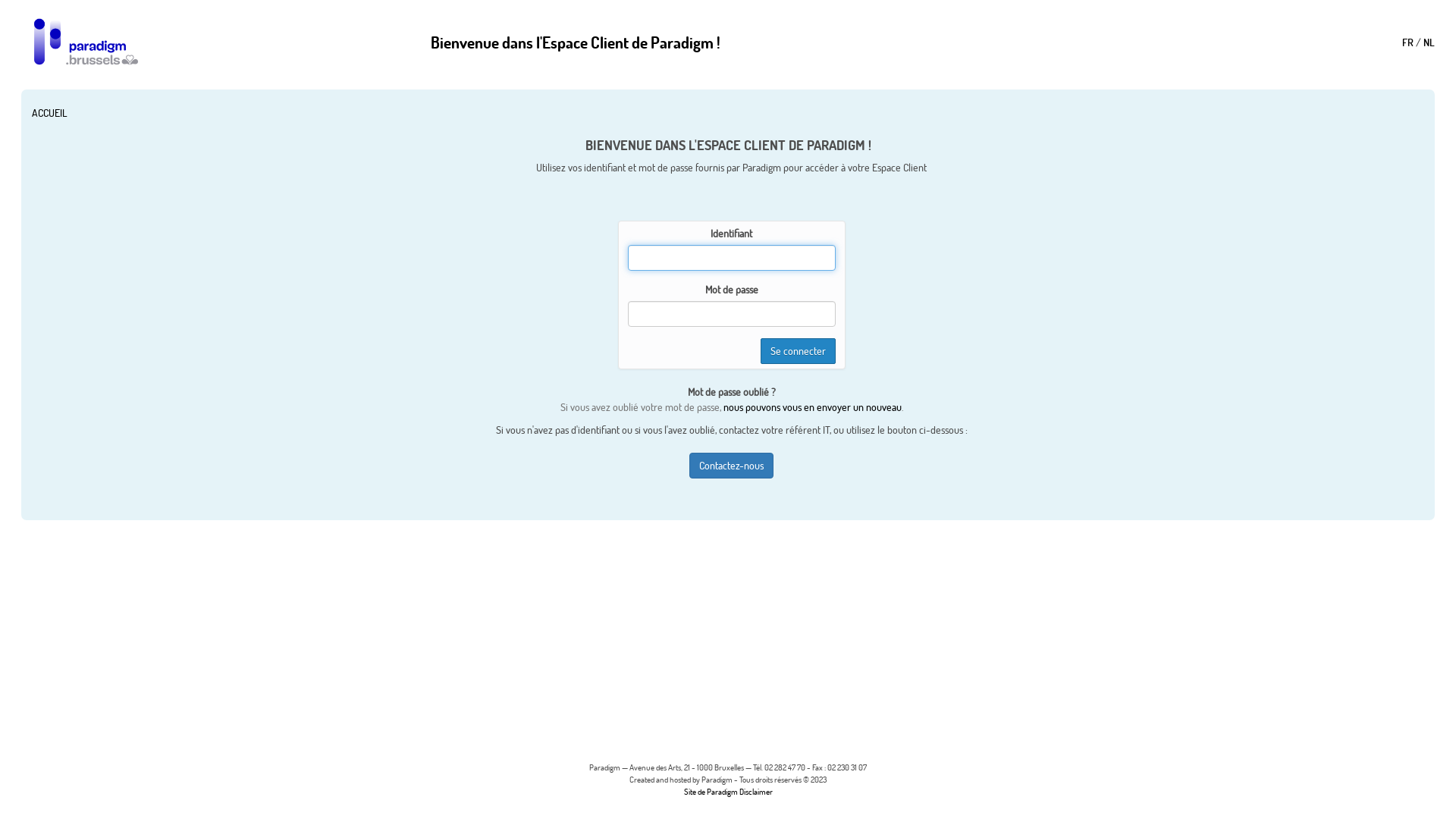 Image resolution: width=1456 pixels, height=819 pixels. I want to click on 'NL', so click(1428, 40).